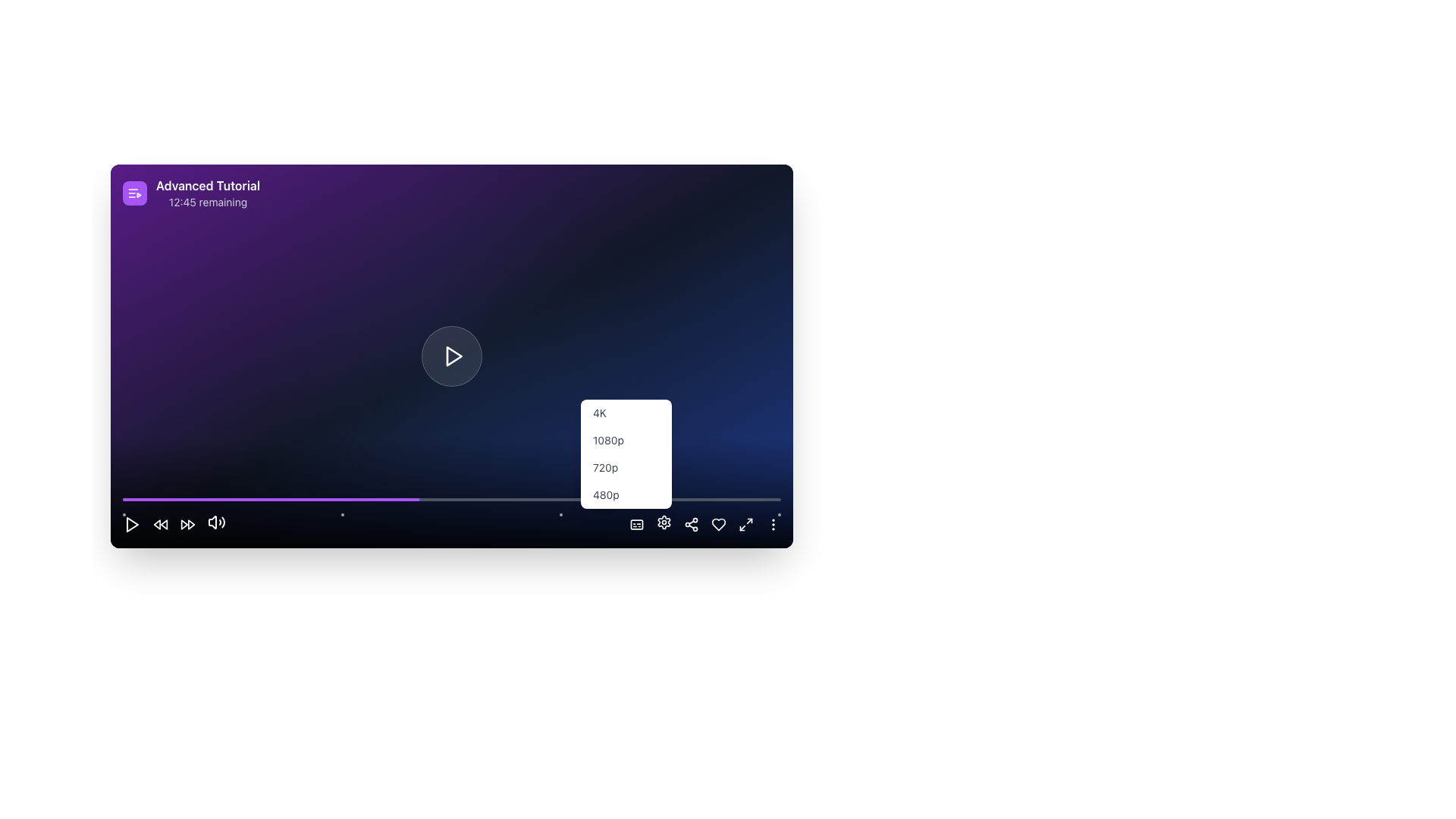 The image size is (1456, 819). What do you see at coordinates (132, 523) in the screenshot?
I see `the play icon located at the bottom center of the video player interface` at bounding box center [132, 523].